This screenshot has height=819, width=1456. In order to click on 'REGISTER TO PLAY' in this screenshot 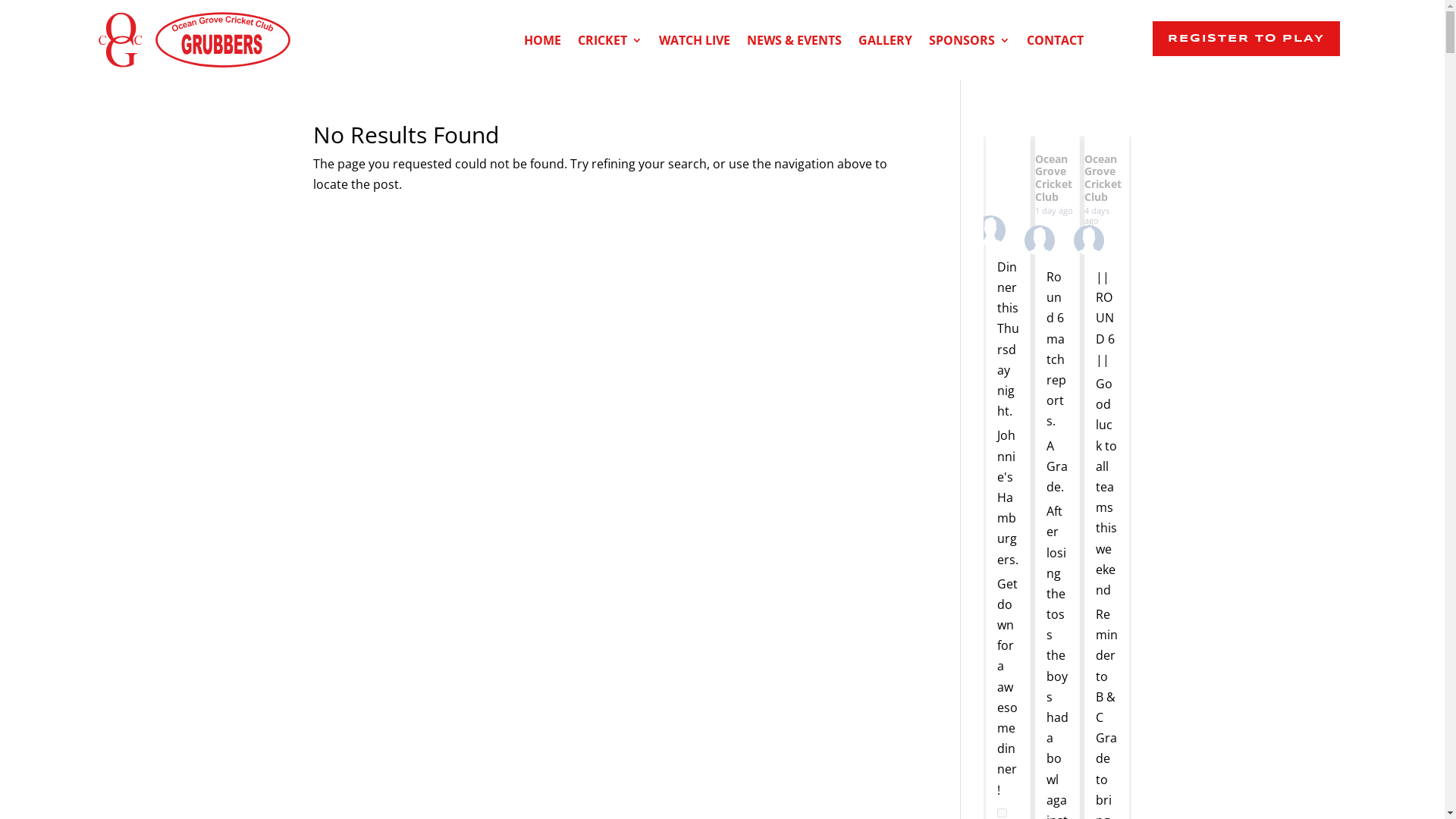, I will do `click(1246, 37)`.